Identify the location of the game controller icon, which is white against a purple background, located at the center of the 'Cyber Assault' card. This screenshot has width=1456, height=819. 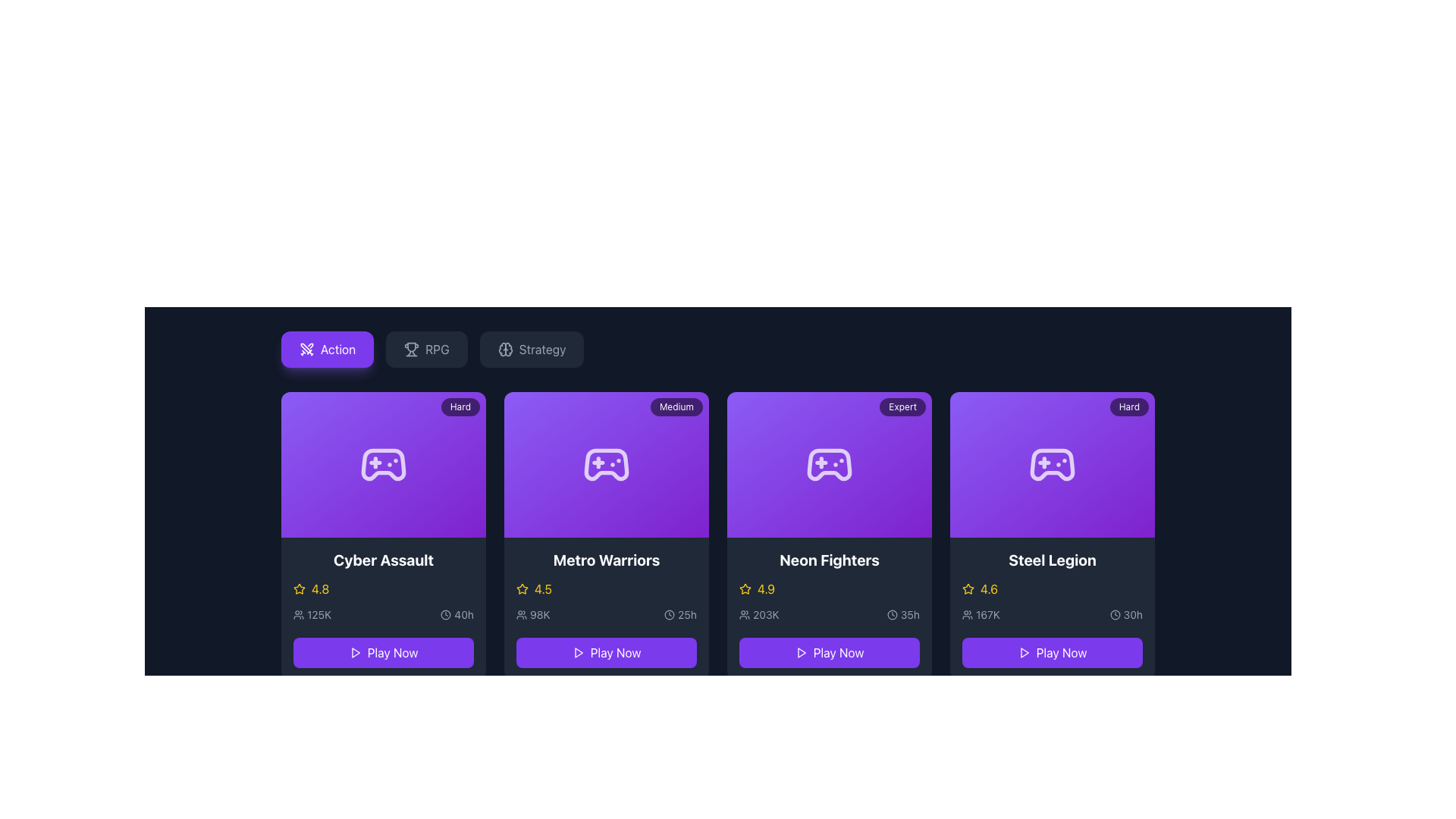
(383, 464).